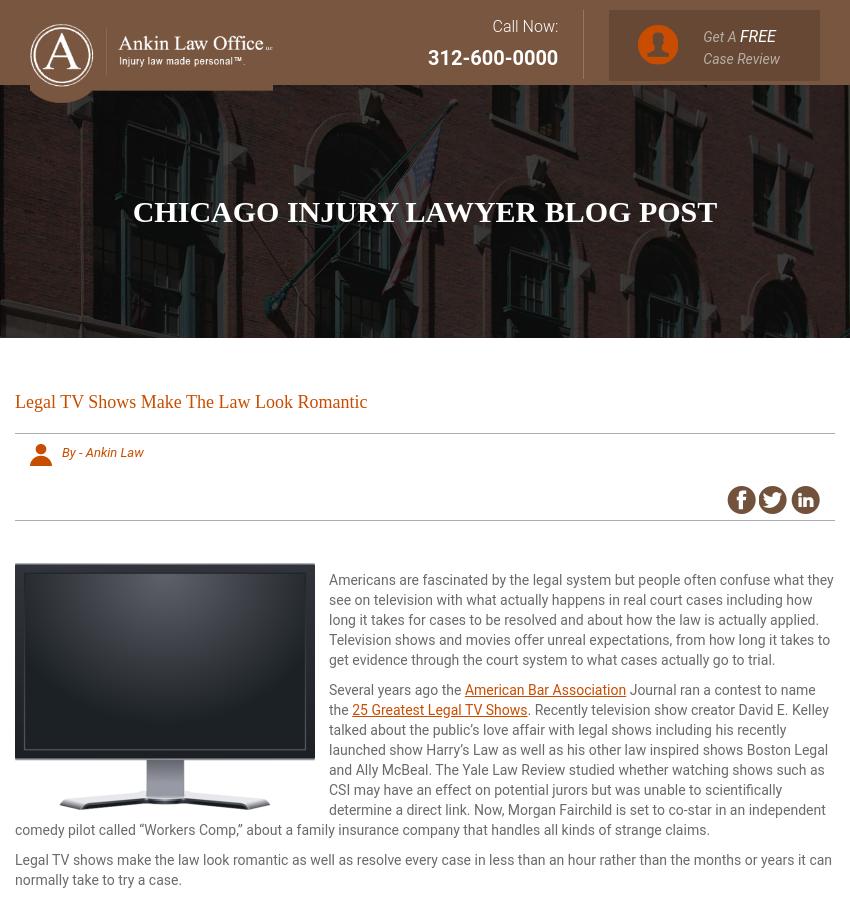 The height and width of the screenshot is (898, 850). What do you see at coordinates (438, 708) in the screenshot?
I see `'25 Greatest Legal TV Shows'` at bounding box center [438, 708].